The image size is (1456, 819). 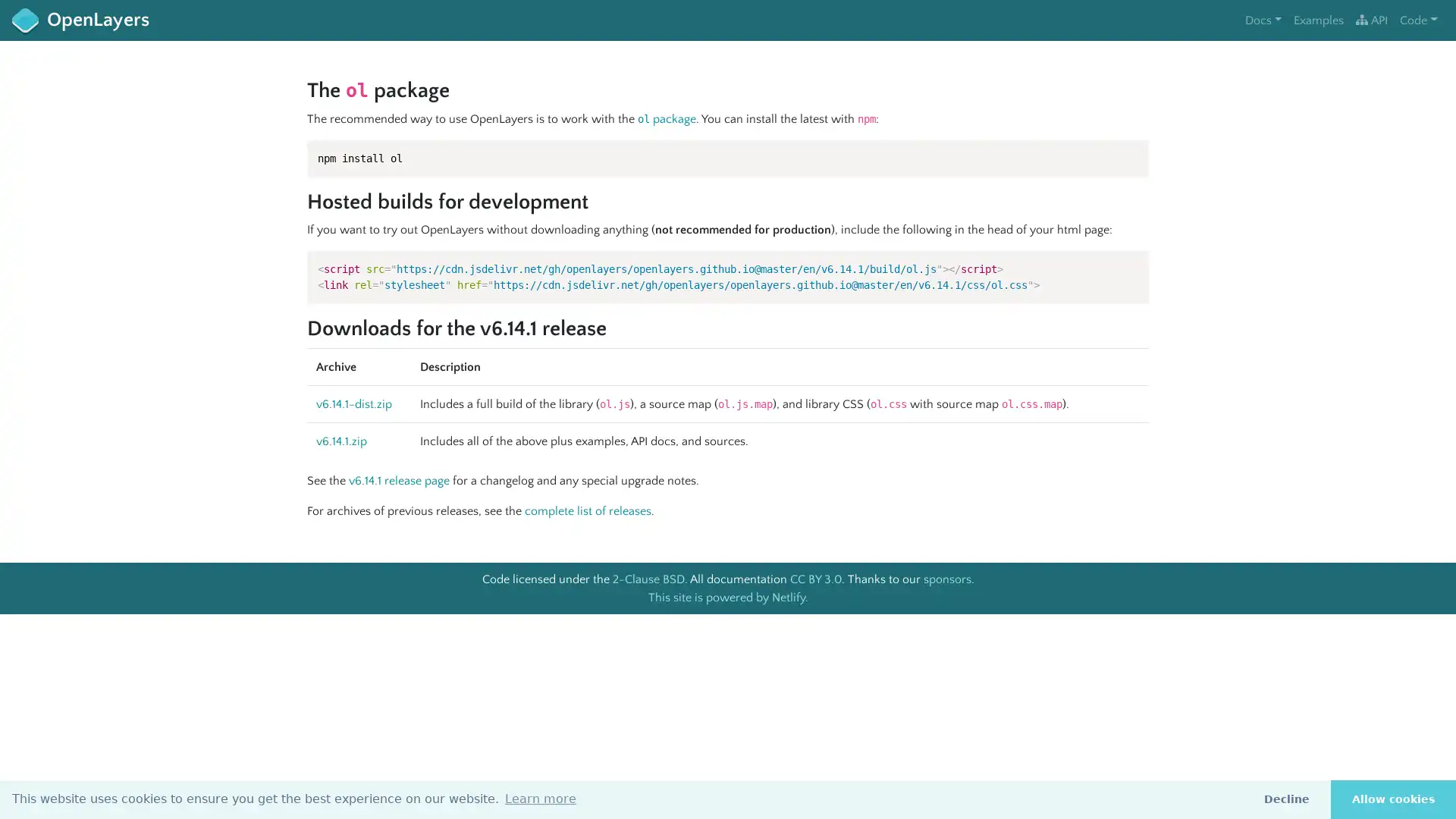 I want to click on Copy, so click(x=1115, y=249).